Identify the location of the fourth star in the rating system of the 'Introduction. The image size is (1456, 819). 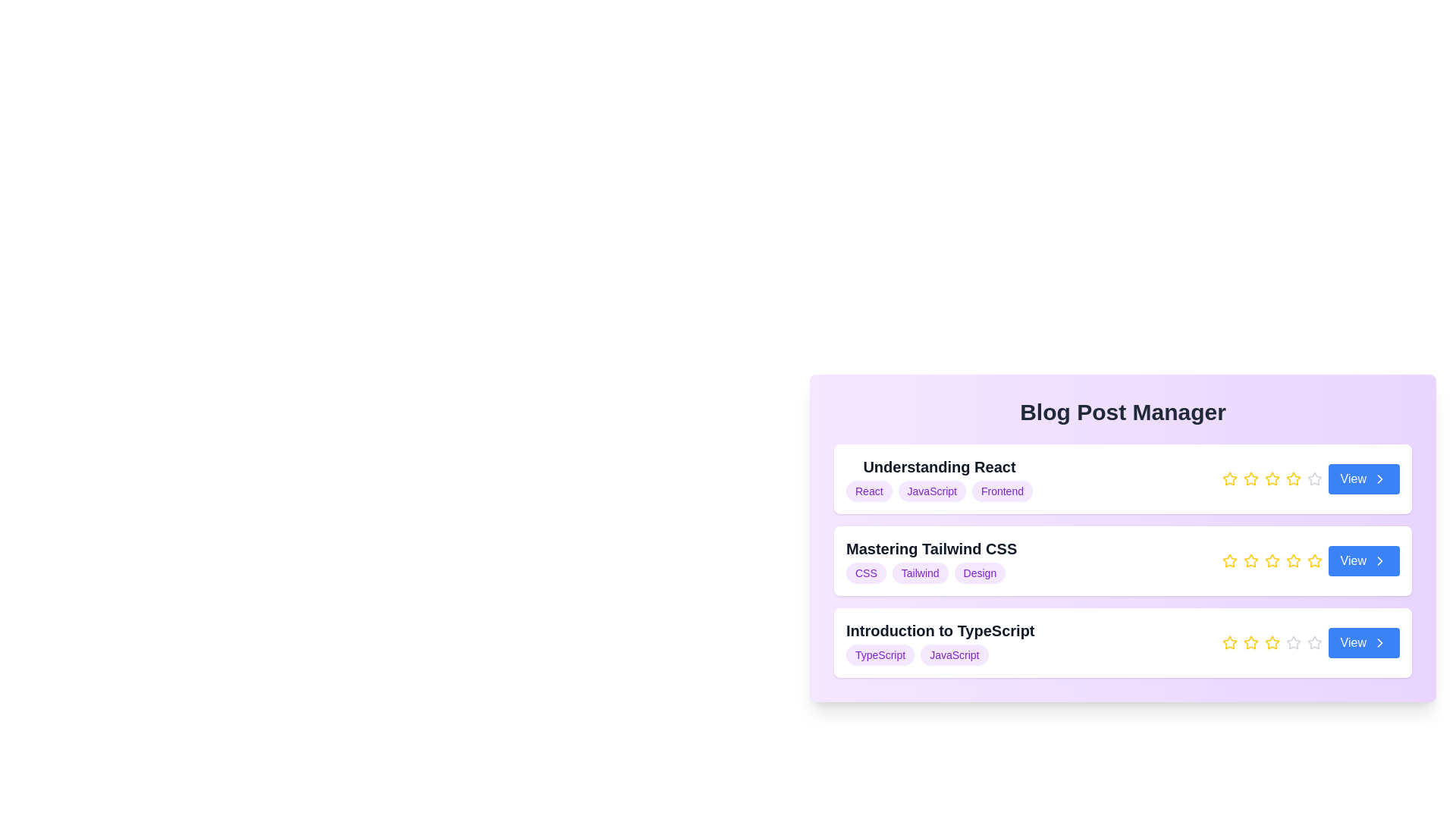
(1292, 642).